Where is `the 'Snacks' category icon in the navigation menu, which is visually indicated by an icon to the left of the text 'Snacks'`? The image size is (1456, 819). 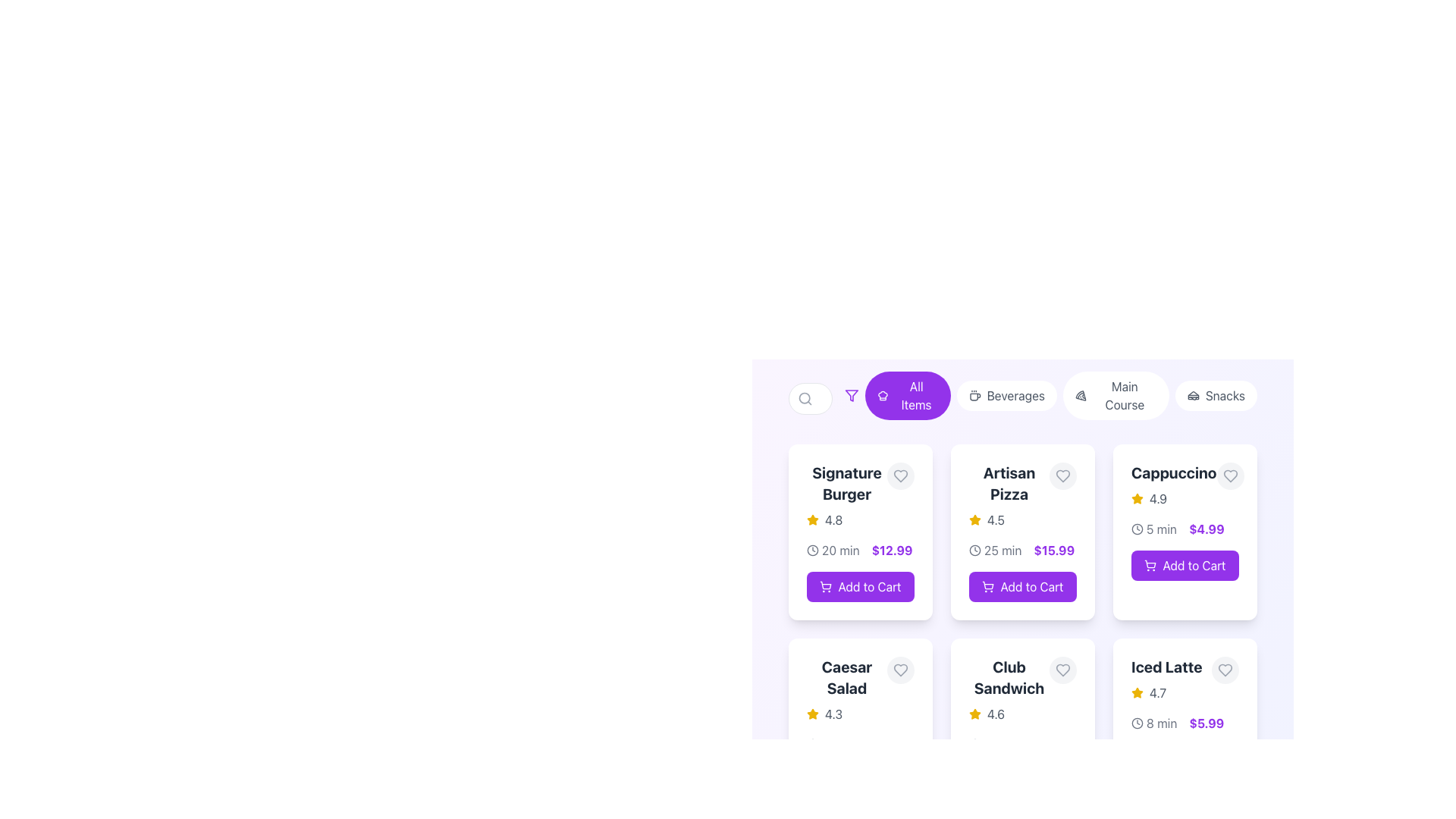 the 'Snacks' category icon in the navigation menu, which is visually indicated by an icon to the left of the text 'Snacks' is located at coordinates (1192, 394).